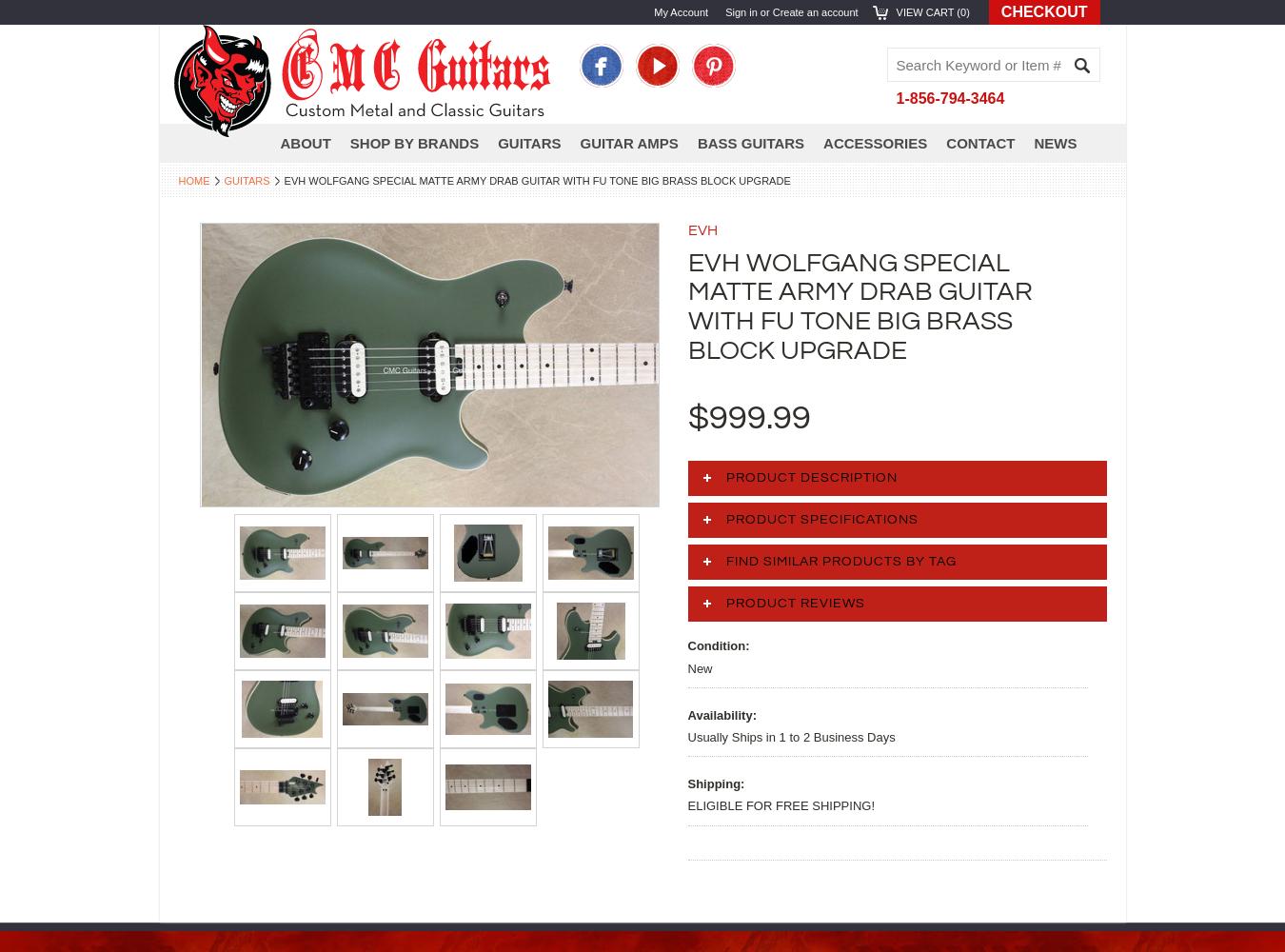  What do you see at coordinates (840, 561) in the screenshot?
I see `'Find Similar Products by Tag'` at bounding box center [840, 561].